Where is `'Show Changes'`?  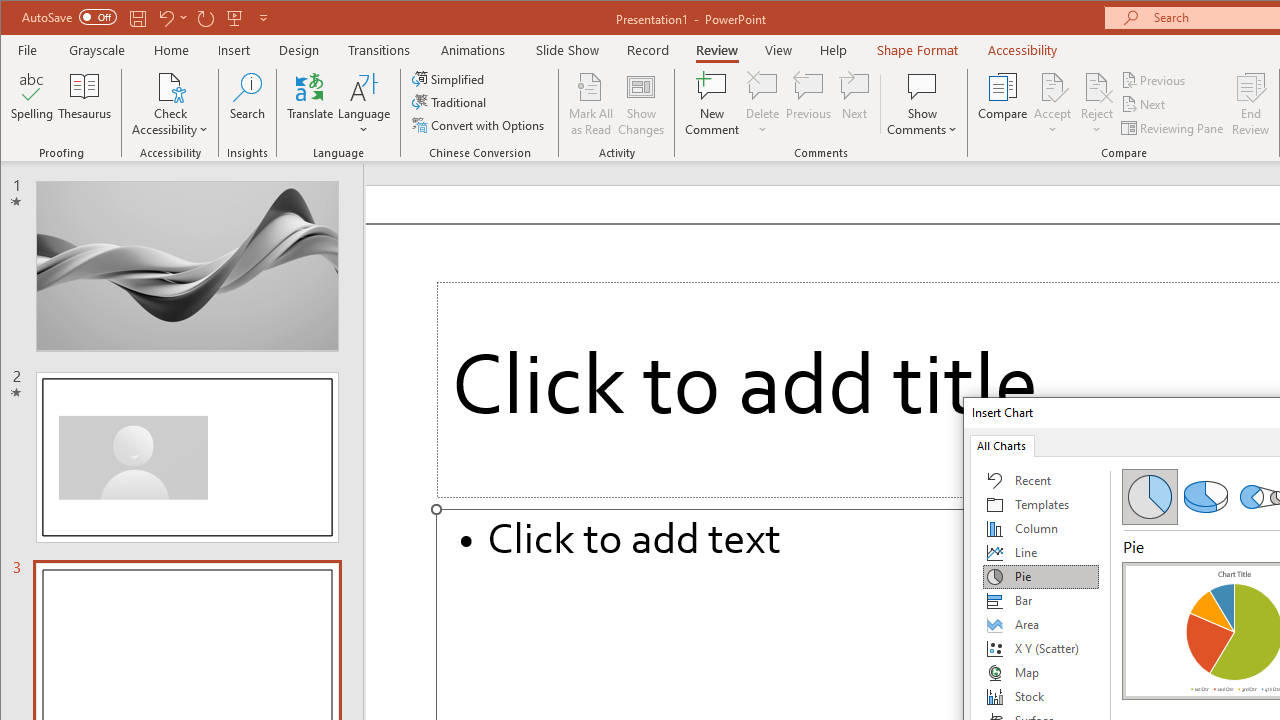 'Show Changes' is located at coordinates (641, 104).